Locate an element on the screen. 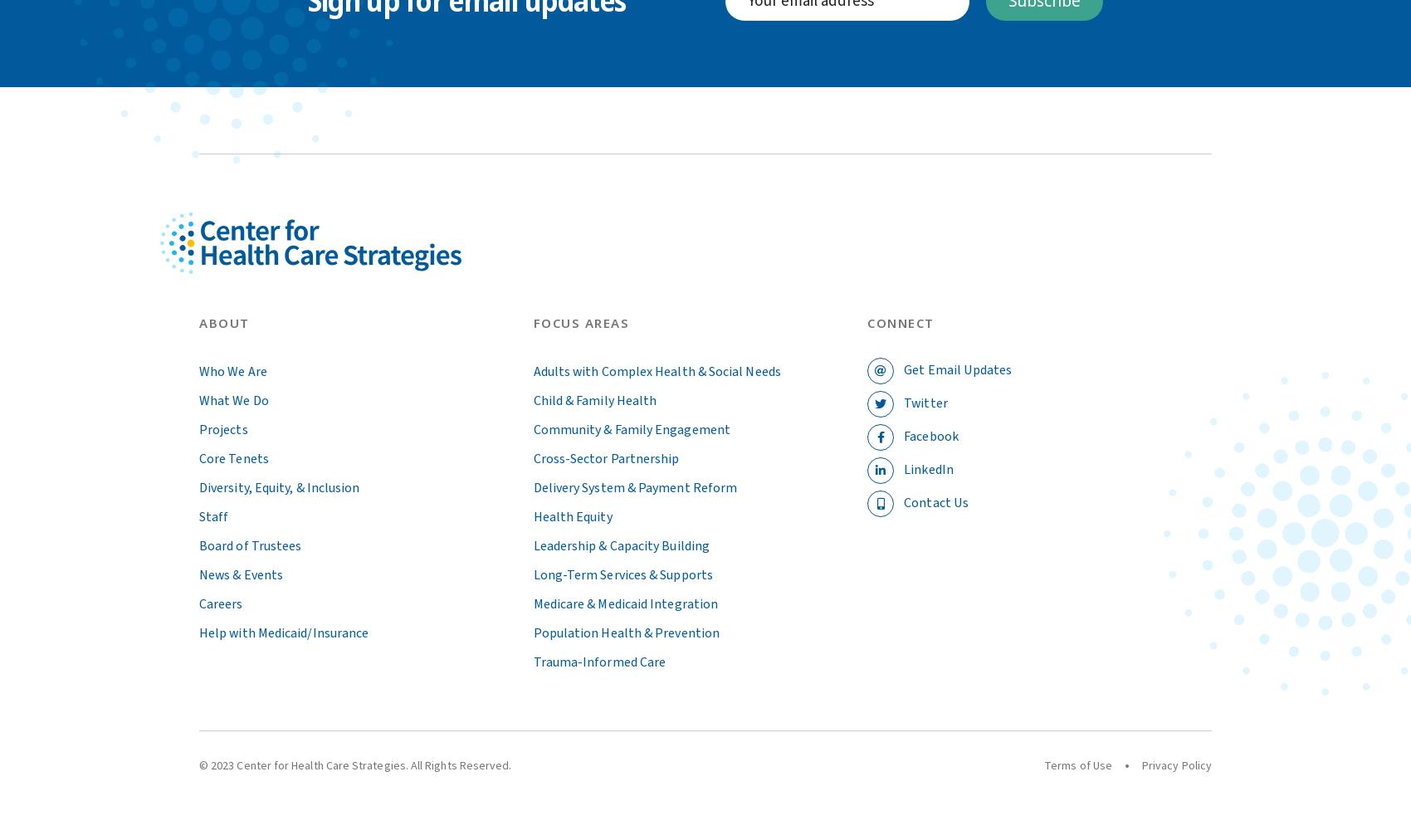  'Privacy Policy' is located at coordinates (1175, 765).